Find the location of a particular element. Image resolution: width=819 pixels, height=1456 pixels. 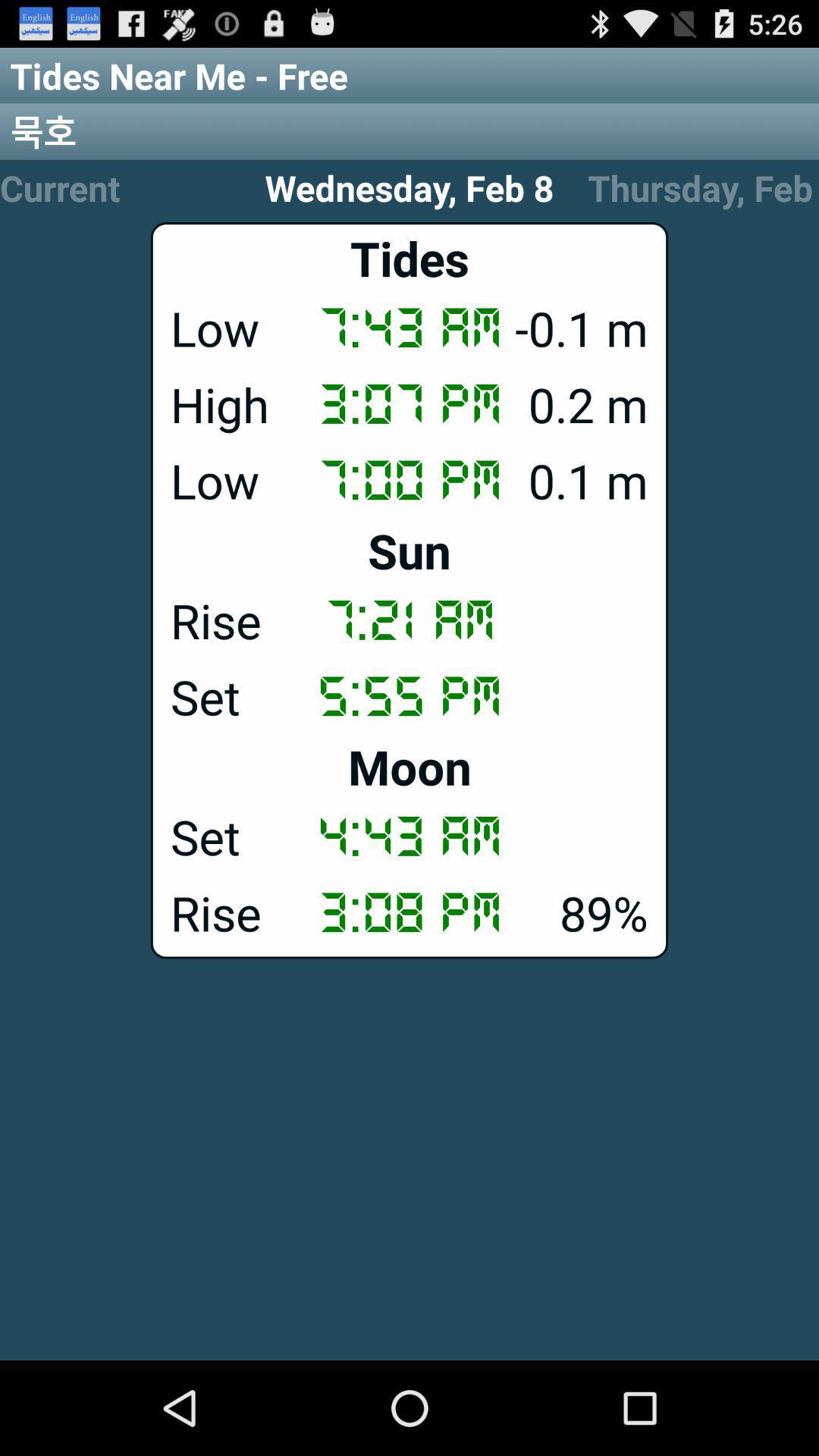

item above the moon icon is located at coordinates (409, 695).